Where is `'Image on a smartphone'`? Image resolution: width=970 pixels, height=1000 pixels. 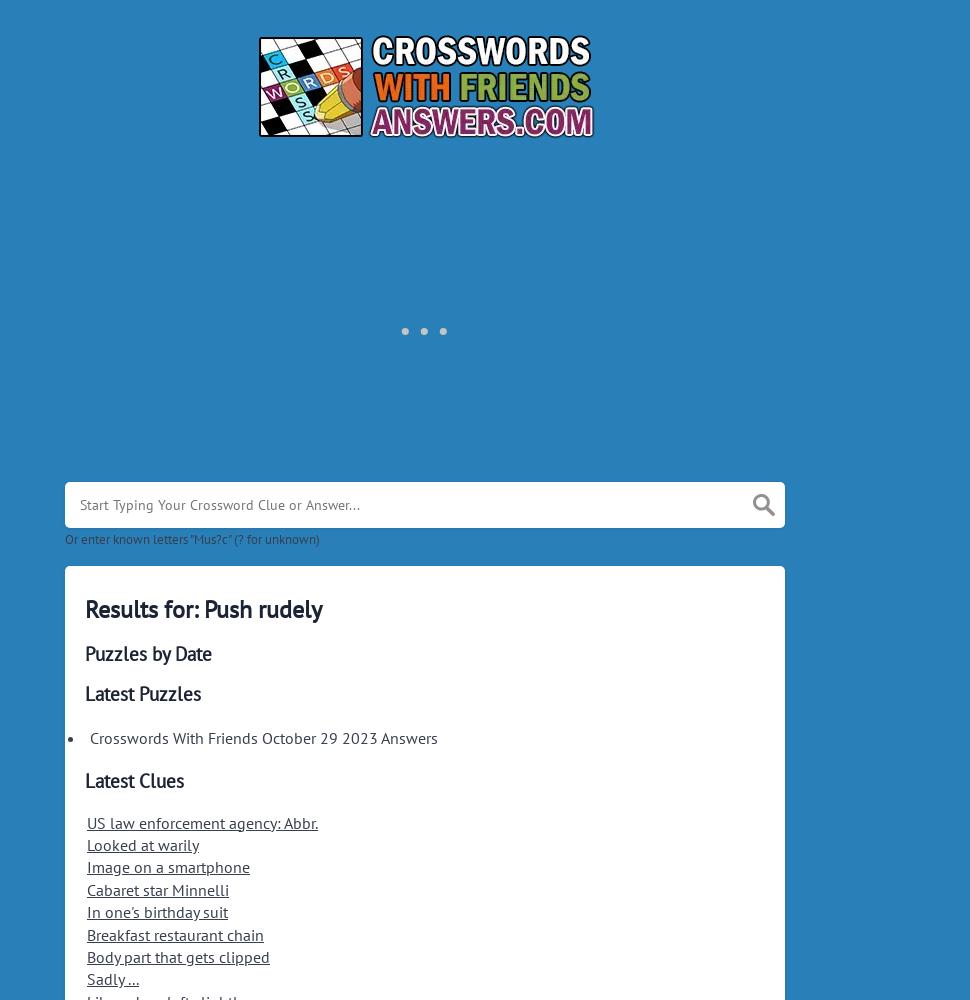
'Image on a smartphone' is located at coordinates (167, 866).